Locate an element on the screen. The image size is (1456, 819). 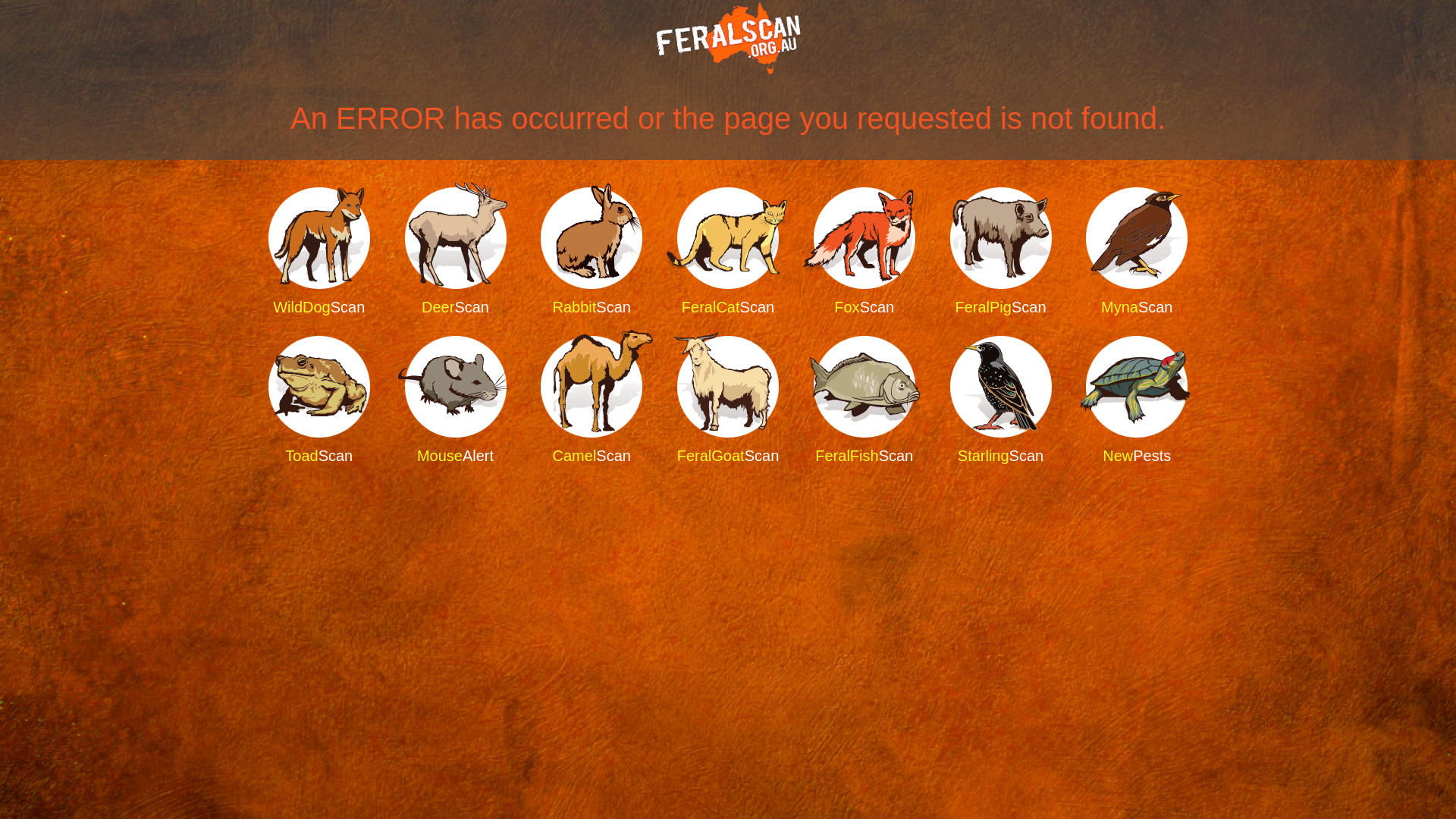
'MynaScan' is located at coordinates (1068, 251).